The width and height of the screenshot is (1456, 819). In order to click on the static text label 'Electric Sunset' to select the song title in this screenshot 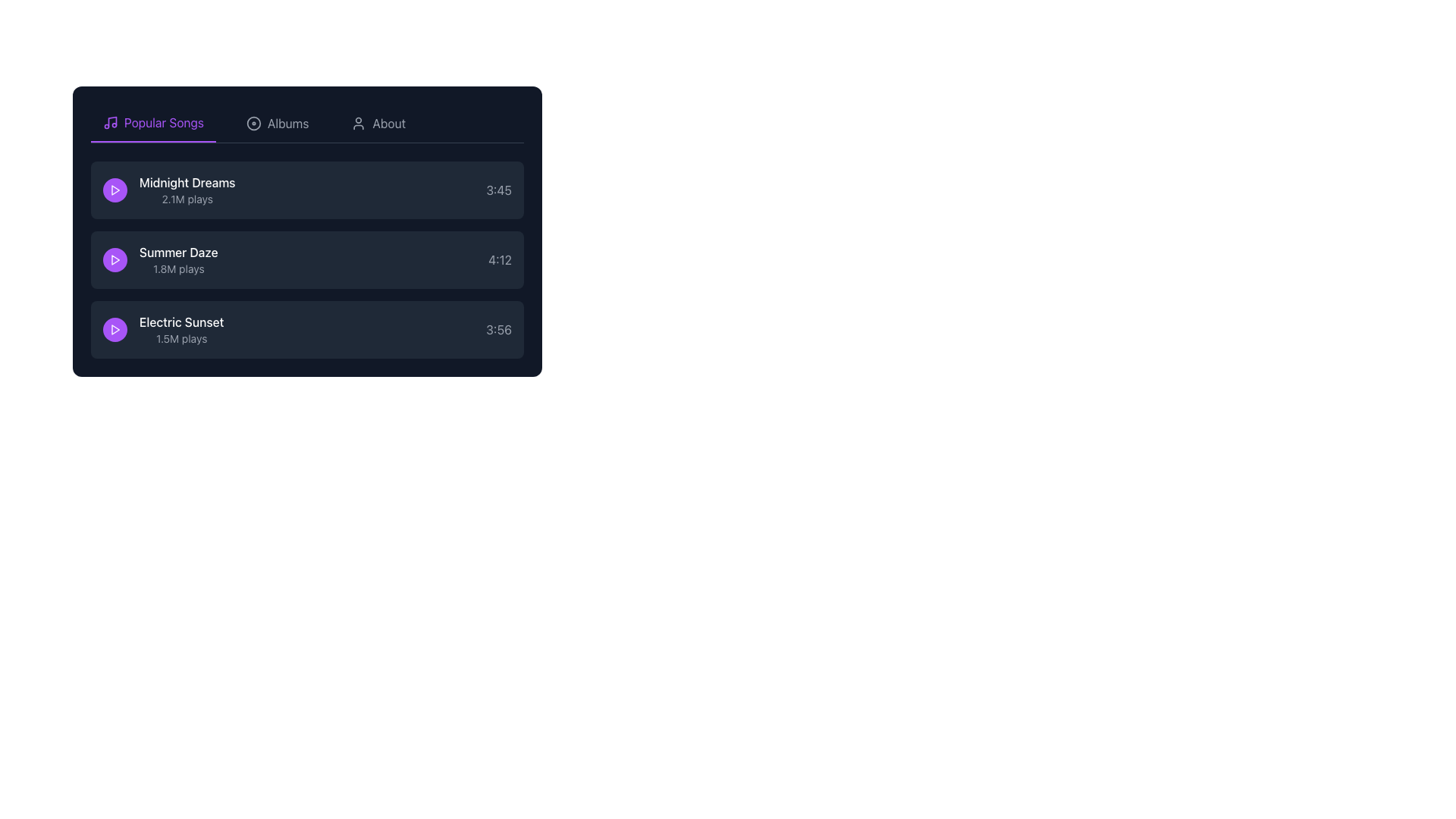, I will do `click(181, 321)`.